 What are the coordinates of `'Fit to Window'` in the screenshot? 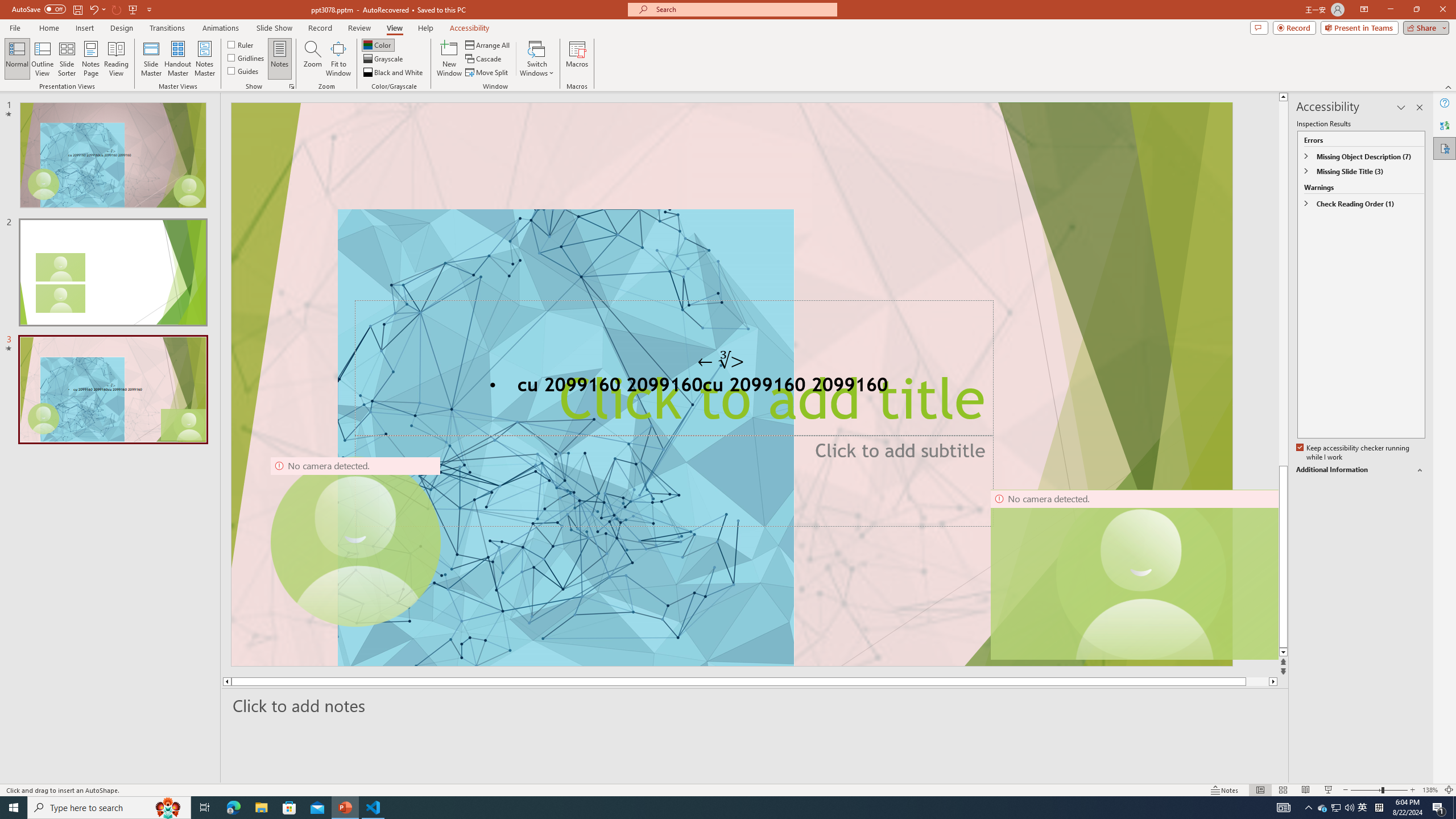 It's located at (338, 59).